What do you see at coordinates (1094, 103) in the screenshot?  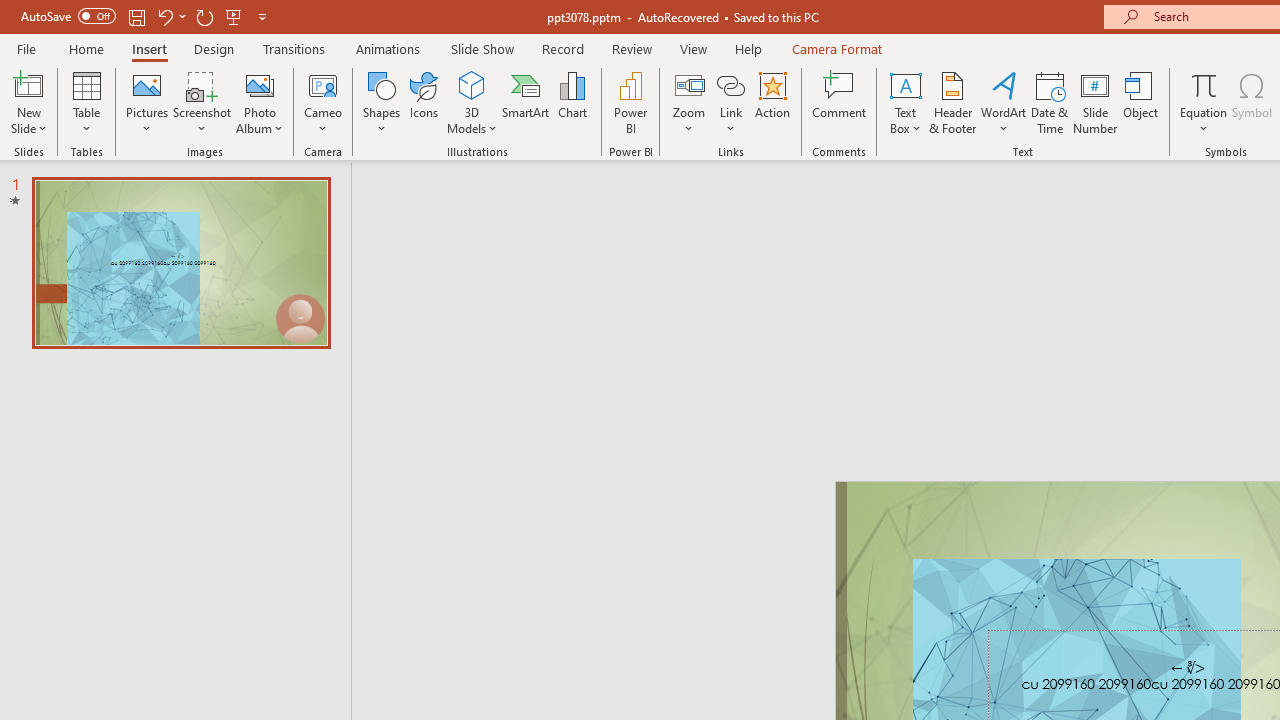 I see `'Slide Number'` at bounding box center [1094, 103].